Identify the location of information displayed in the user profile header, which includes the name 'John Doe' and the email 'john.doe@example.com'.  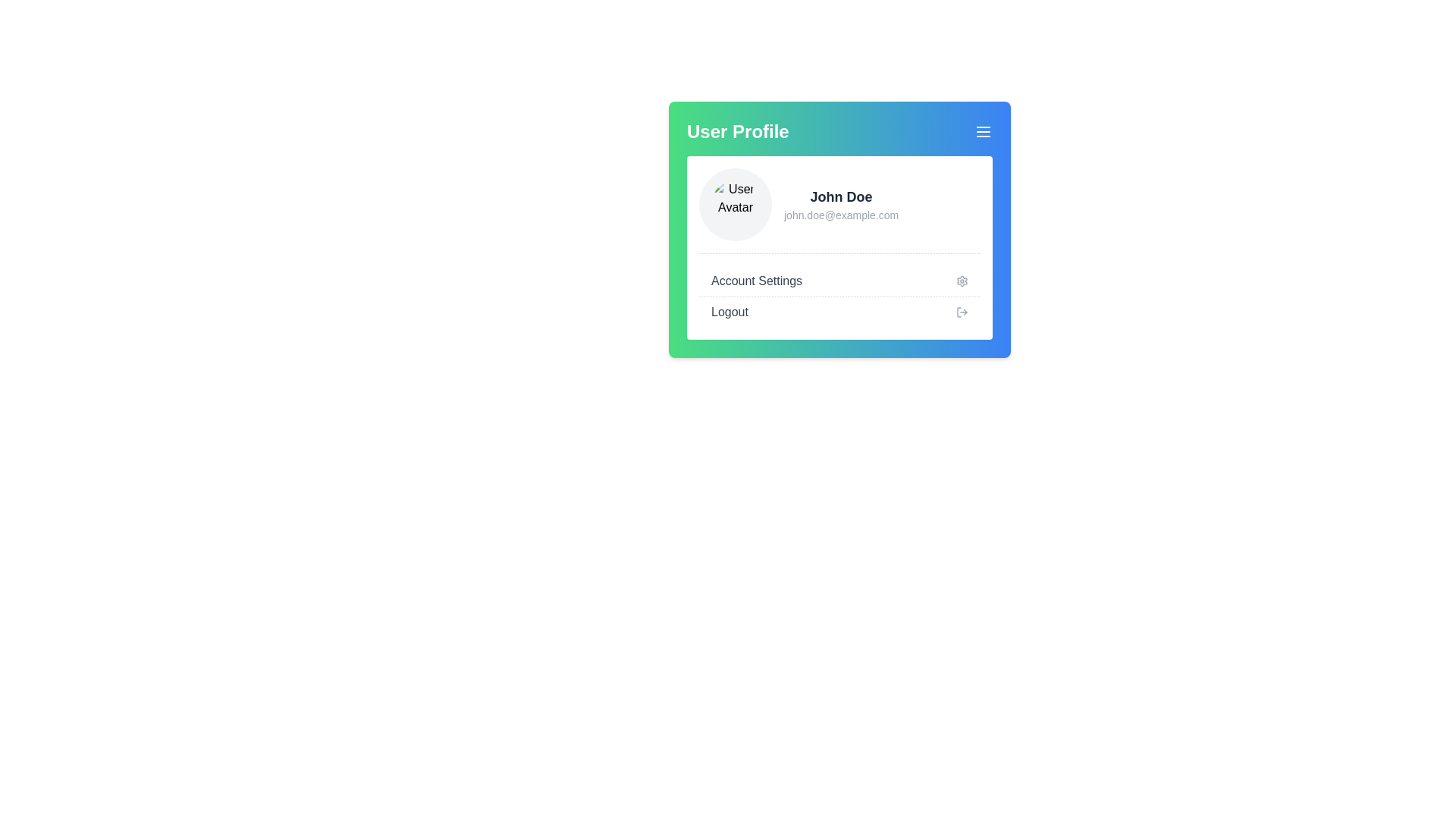
(839, 205).